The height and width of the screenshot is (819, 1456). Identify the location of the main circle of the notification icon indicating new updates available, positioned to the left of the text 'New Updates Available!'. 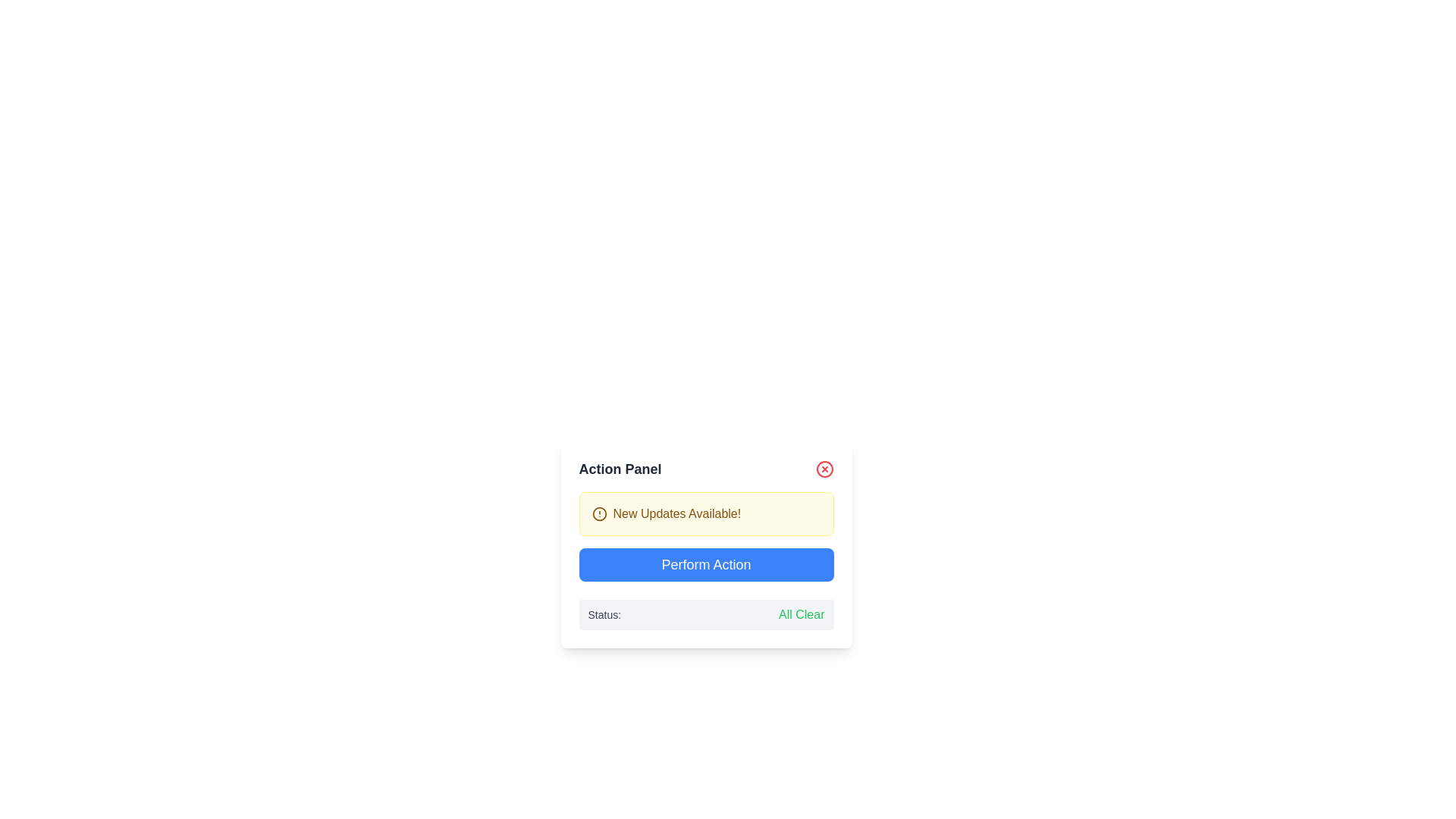
(598, 513).